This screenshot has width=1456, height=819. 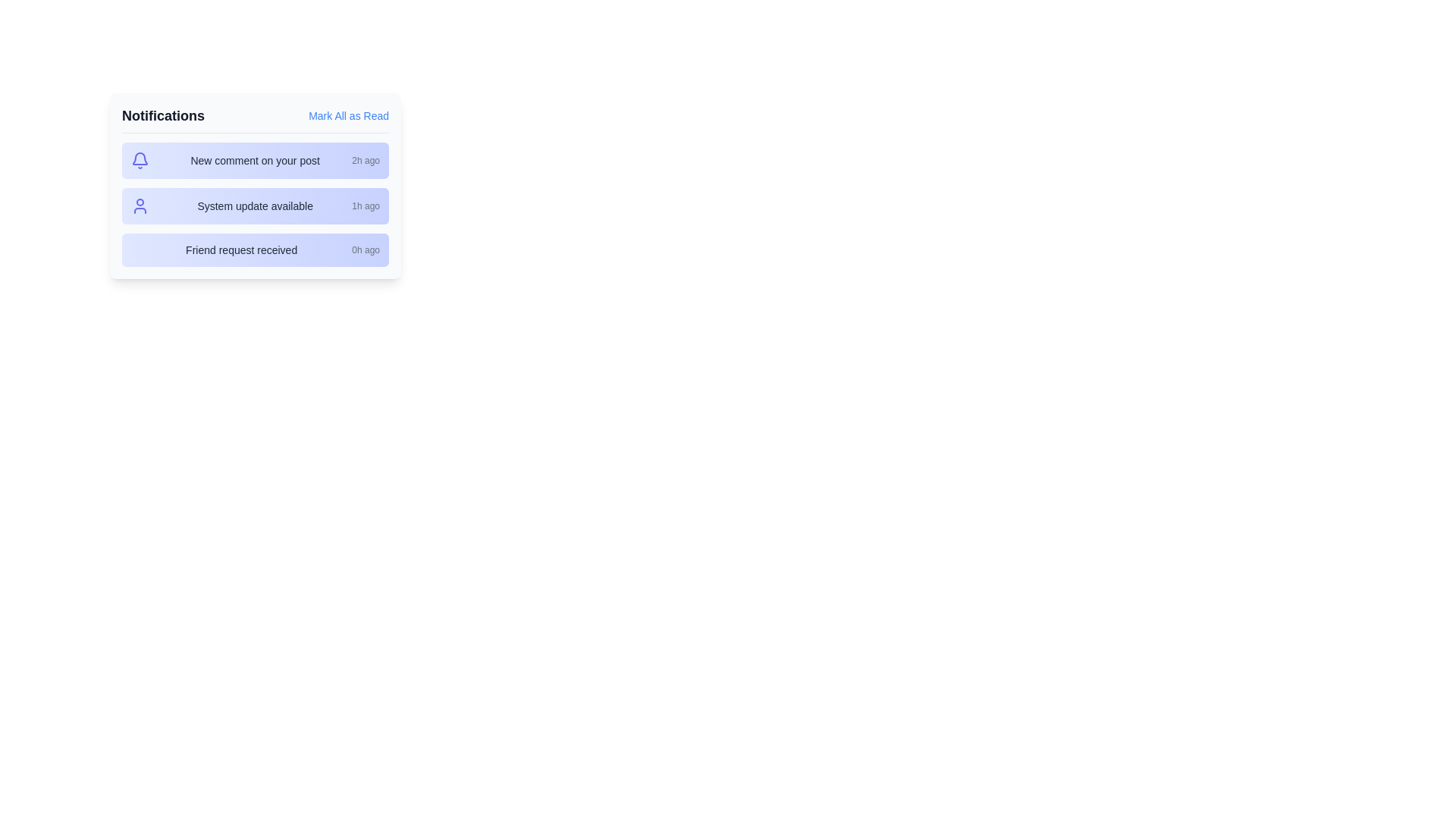 I want to click on the Notification banner that displays a recent friend request, so click(x=255, y=249).